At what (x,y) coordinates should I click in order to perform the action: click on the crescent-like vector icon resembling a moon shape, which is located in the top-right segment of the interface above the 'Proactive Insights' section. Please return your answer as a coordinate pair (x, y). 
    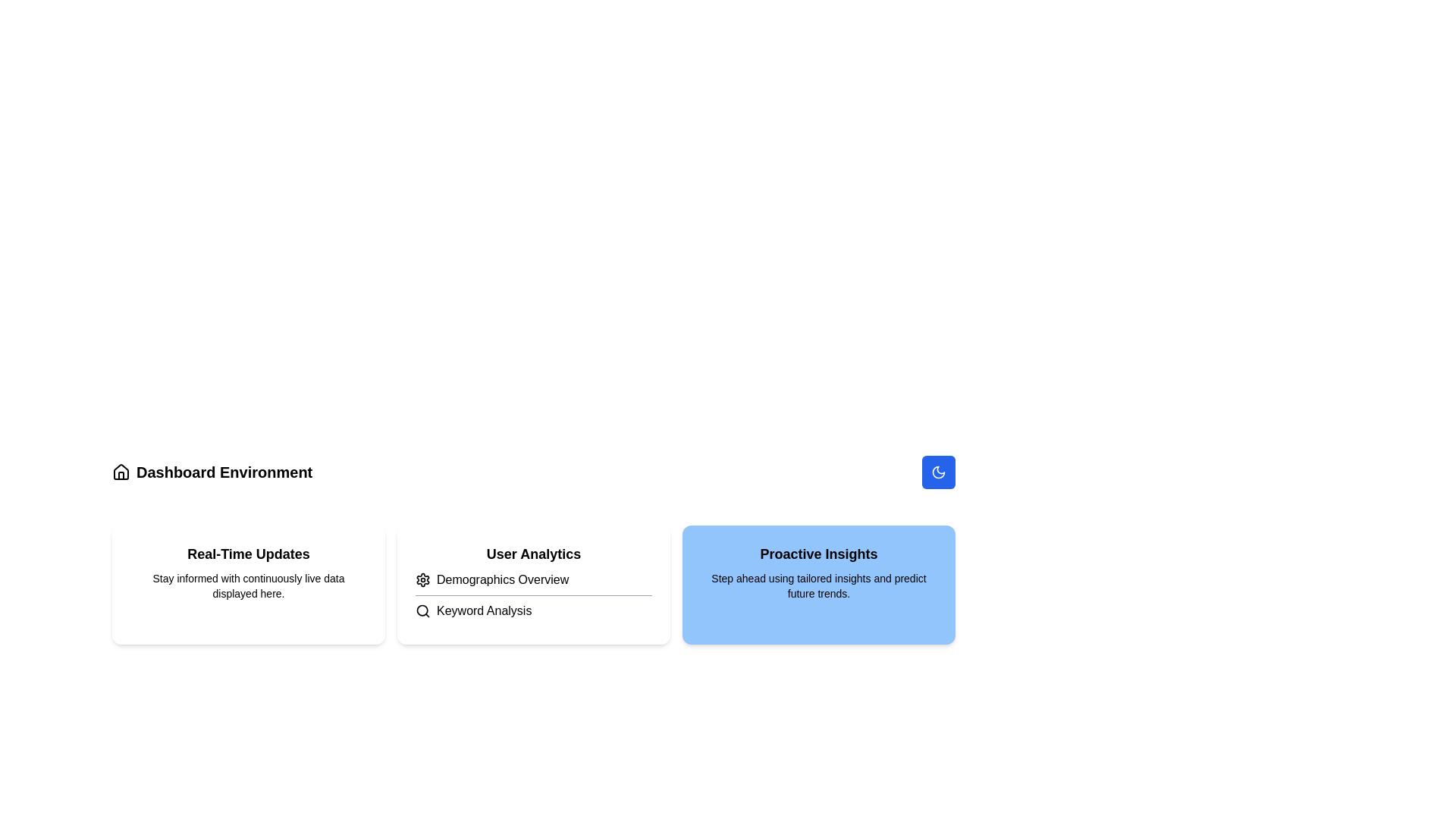
    Looking at the image, I should click on (938, 472).